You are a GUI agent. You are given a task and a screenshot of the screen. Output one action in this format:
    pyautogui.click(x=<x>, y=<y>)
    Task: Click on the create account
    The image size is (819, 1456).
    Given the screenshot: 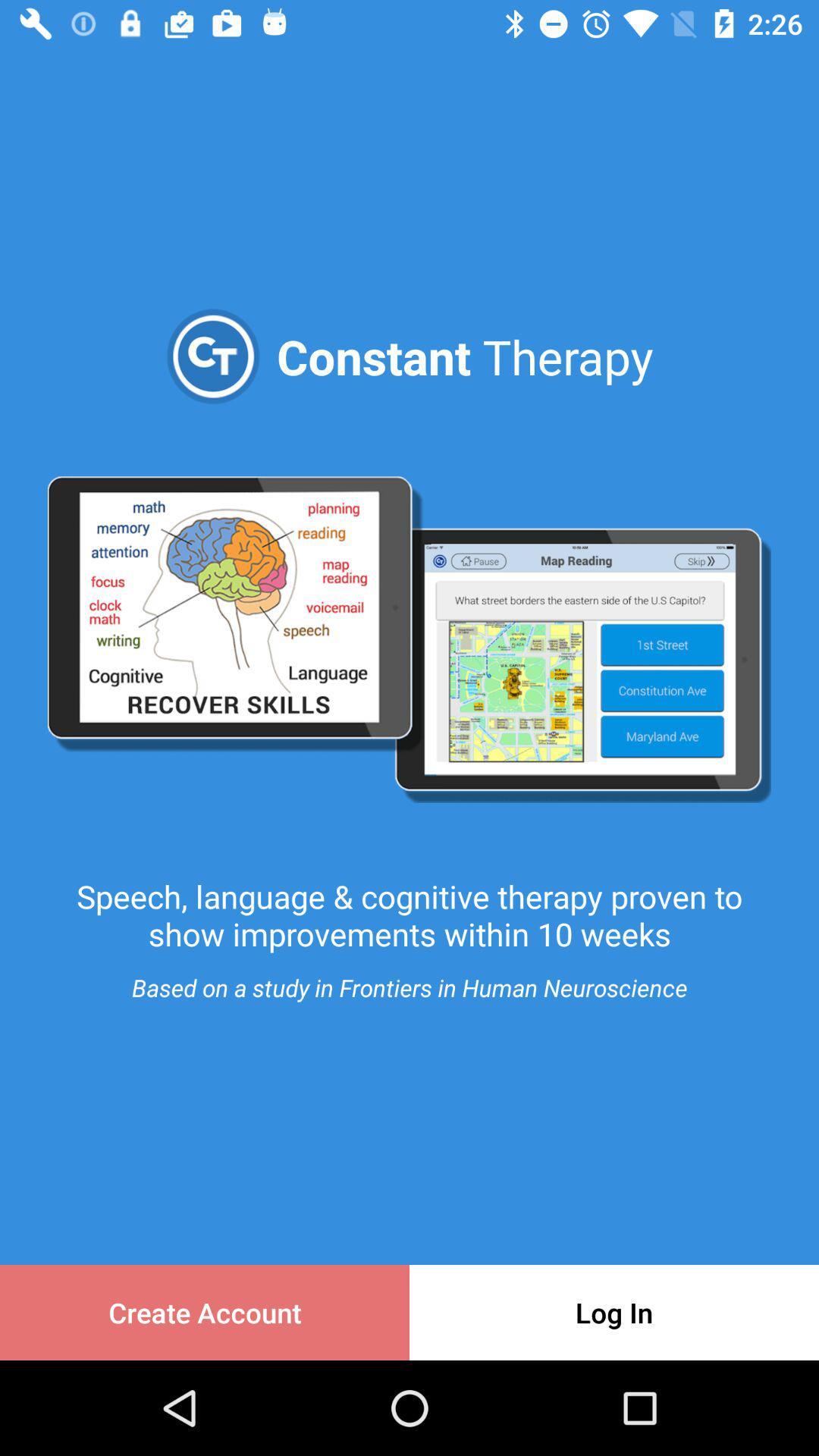 What is the action you would take?
    pyautogui.click(x=205, y=1312)
    